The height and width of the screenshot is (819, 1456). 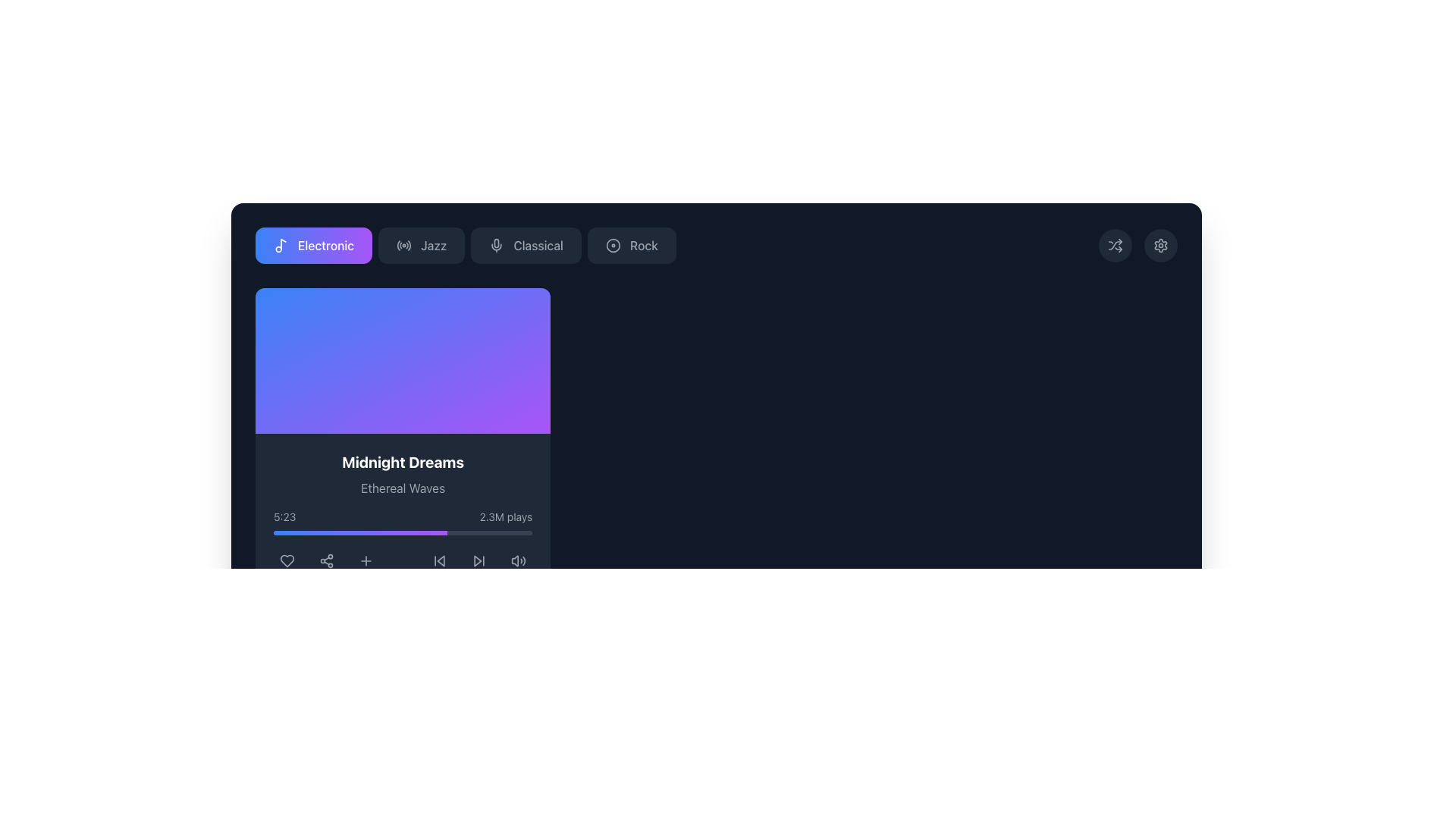 What do you see at coordinates (1160, 245) in the screenshot?
I see `the circular button with a gear-shaped icon in the top-right corner of the interface` at bounding box center [1160, 245].